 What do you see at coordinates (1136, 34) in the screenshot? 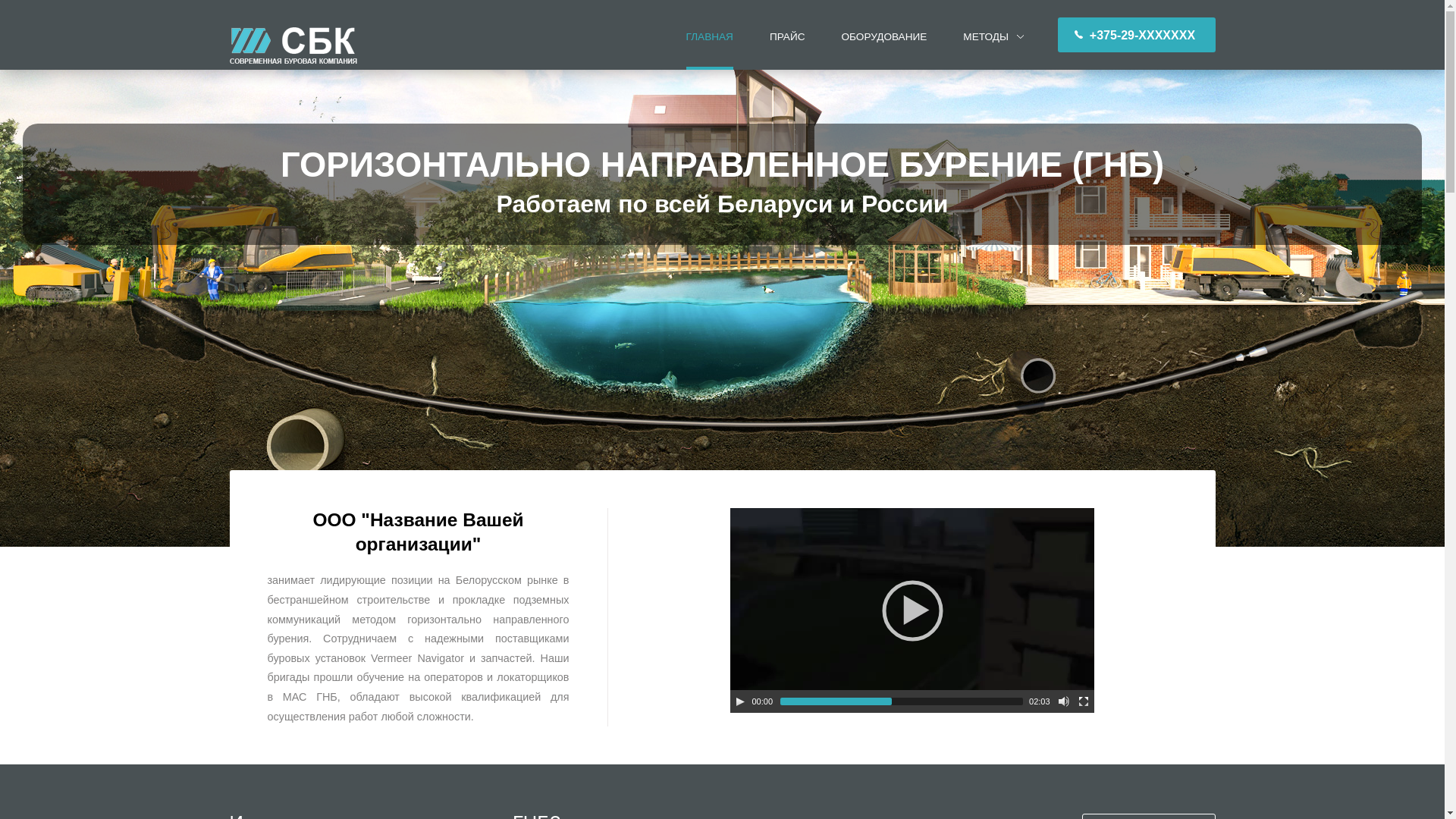
I see `'  +375-29-XXXXXXX '` at bounding box center [1136, 34].